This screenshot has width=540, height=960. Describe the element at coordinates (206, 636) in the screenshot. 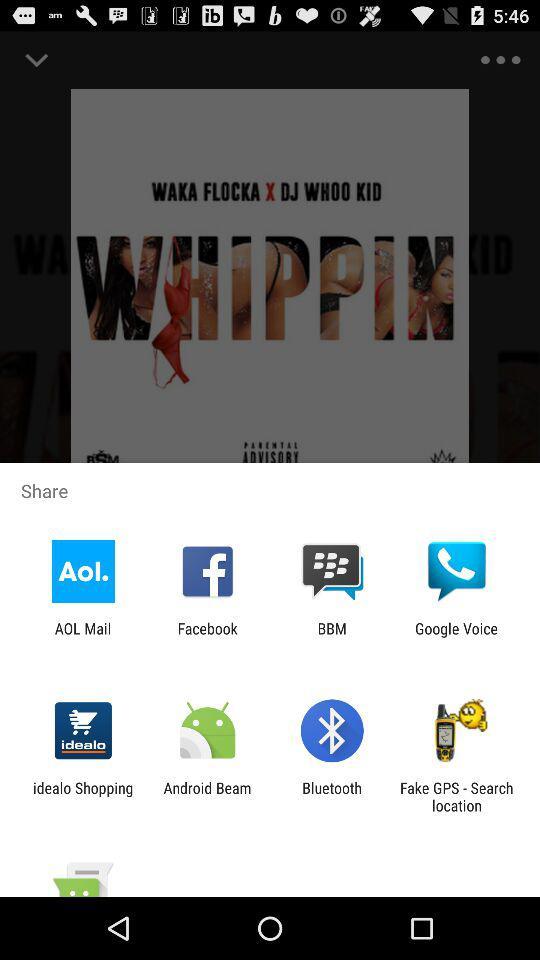

I see `the facebook item` at that location.